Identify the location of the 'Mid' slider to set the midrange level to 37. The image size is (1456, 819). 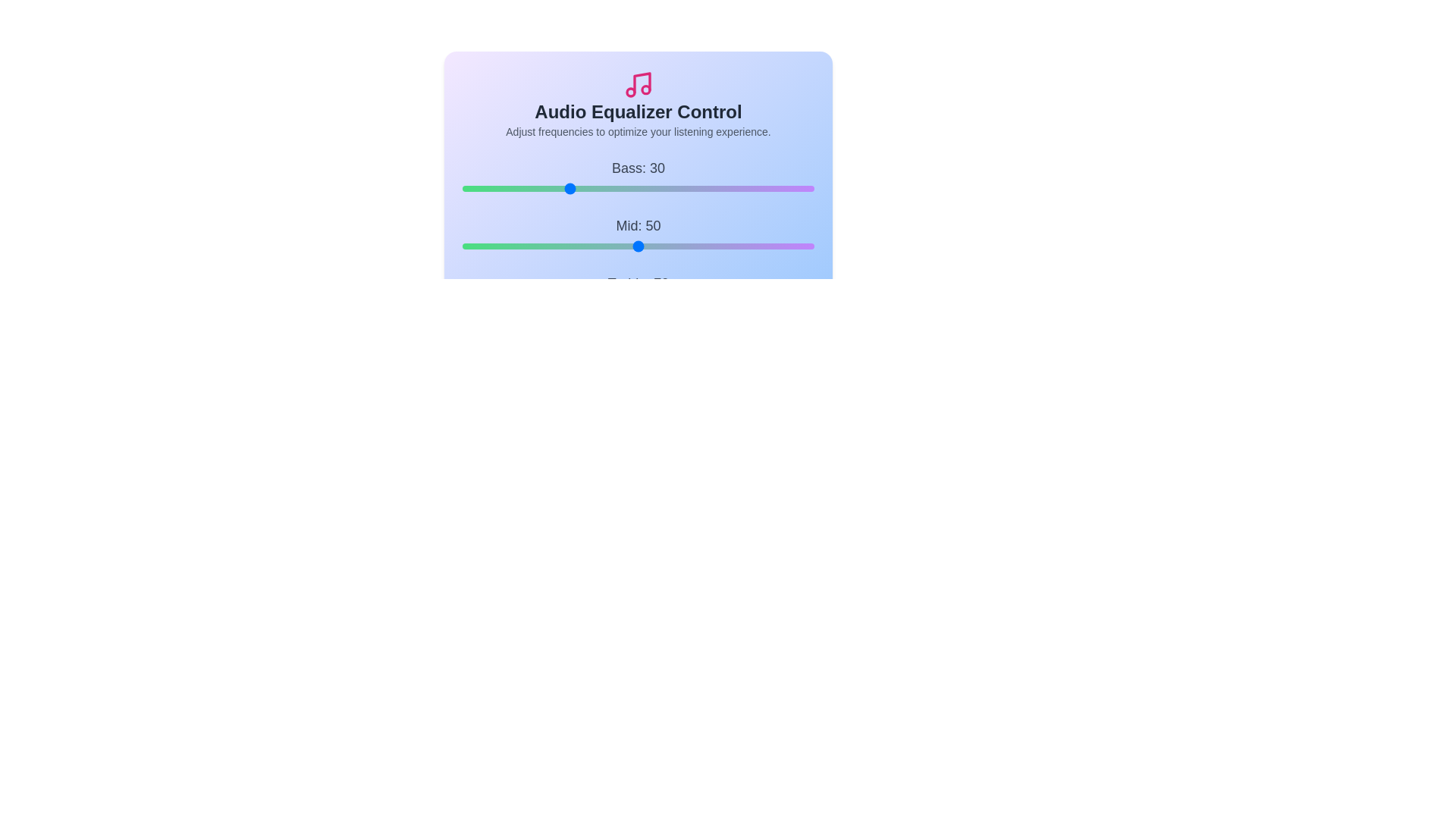
(591, 245).